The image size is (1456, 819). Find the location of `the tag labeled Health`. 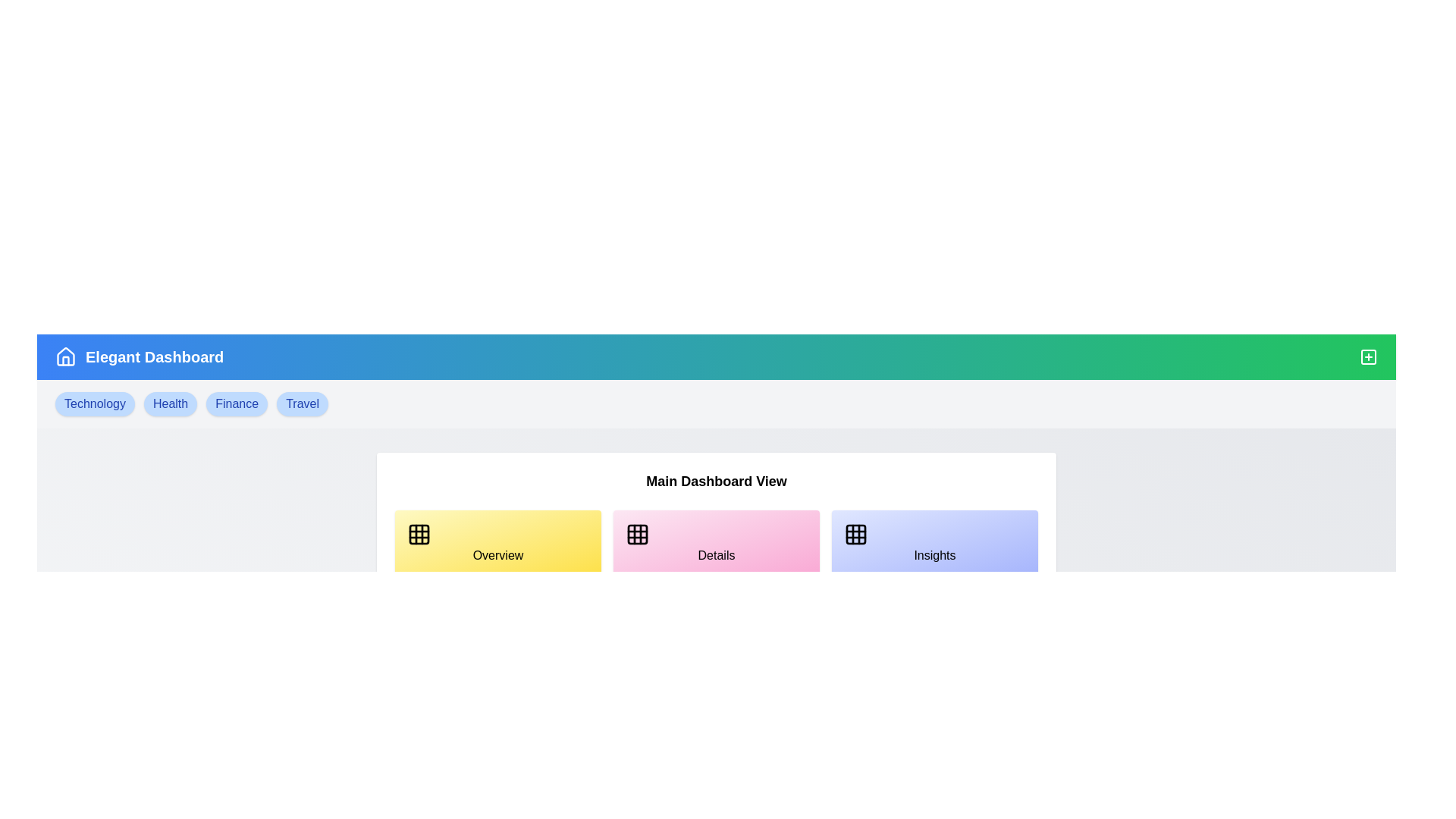

the tag labeled Health is located at coordinates (171, 403).